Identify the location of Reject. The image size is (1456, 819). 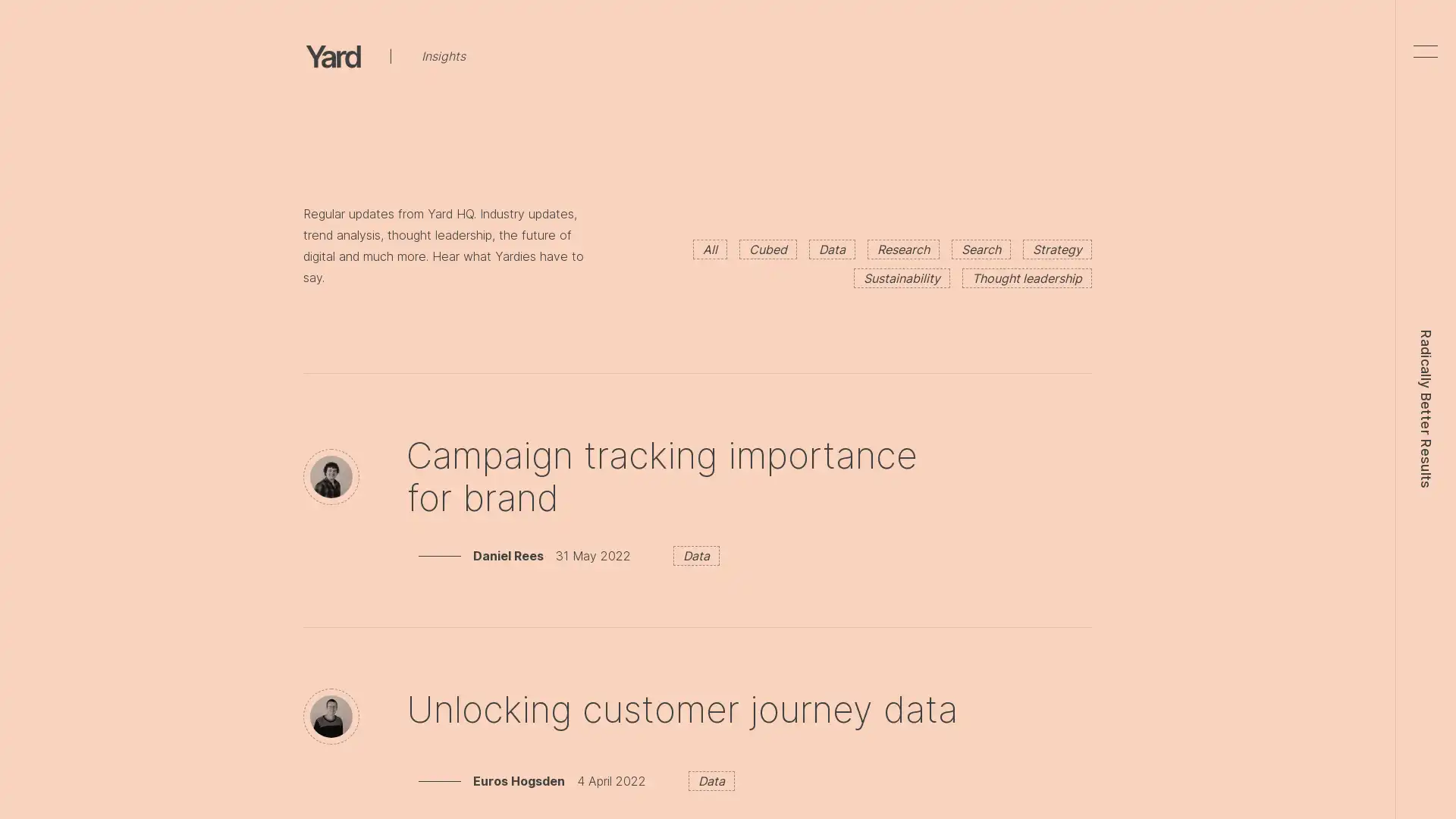
(977, 35).